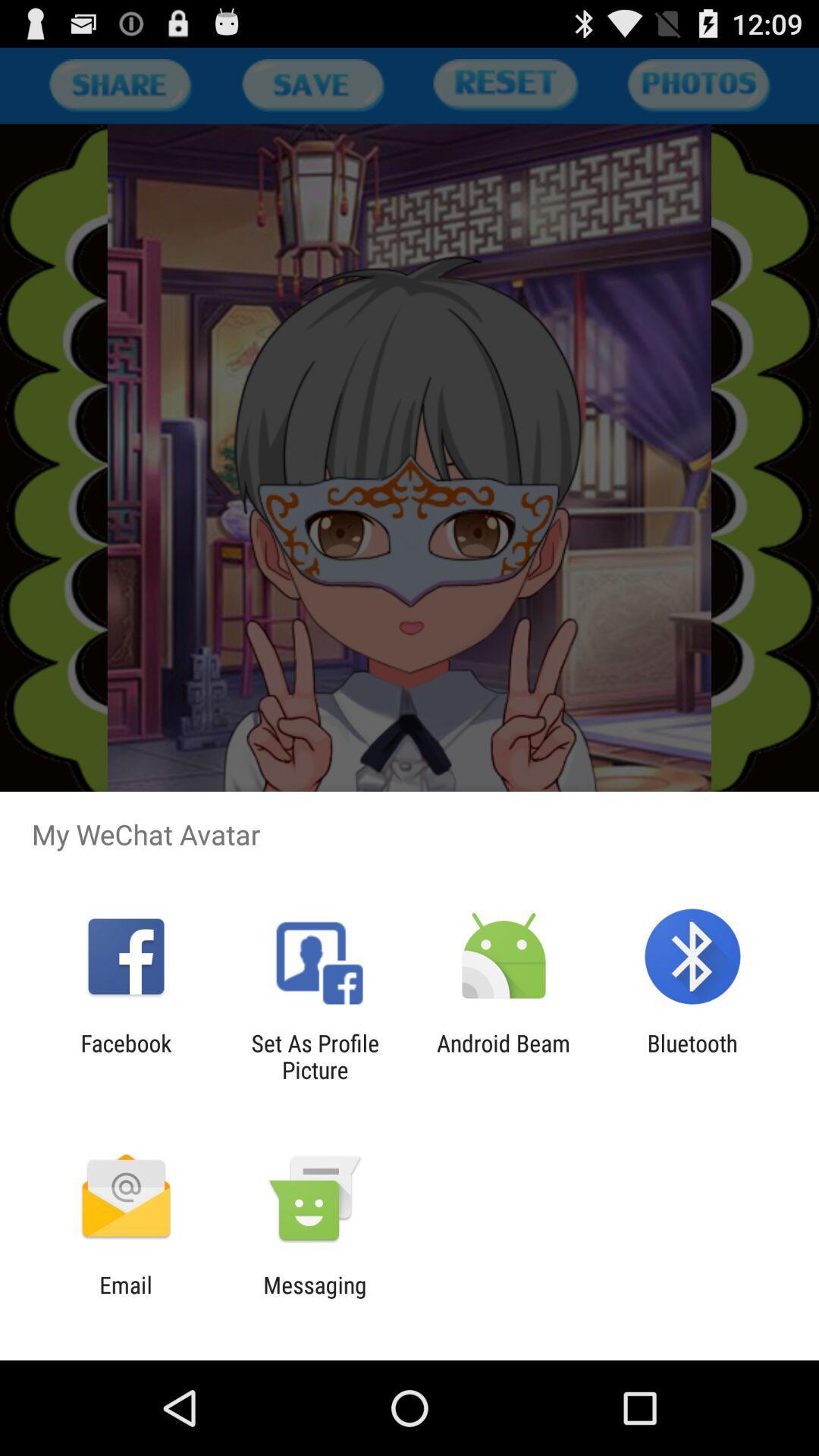 The width and height of the screenshot is (819, 1456). What do you see at coordinates (504, 1056) in the screenshot?
I see `app to the right of set as profile app` at bounding box center [504, 1056].